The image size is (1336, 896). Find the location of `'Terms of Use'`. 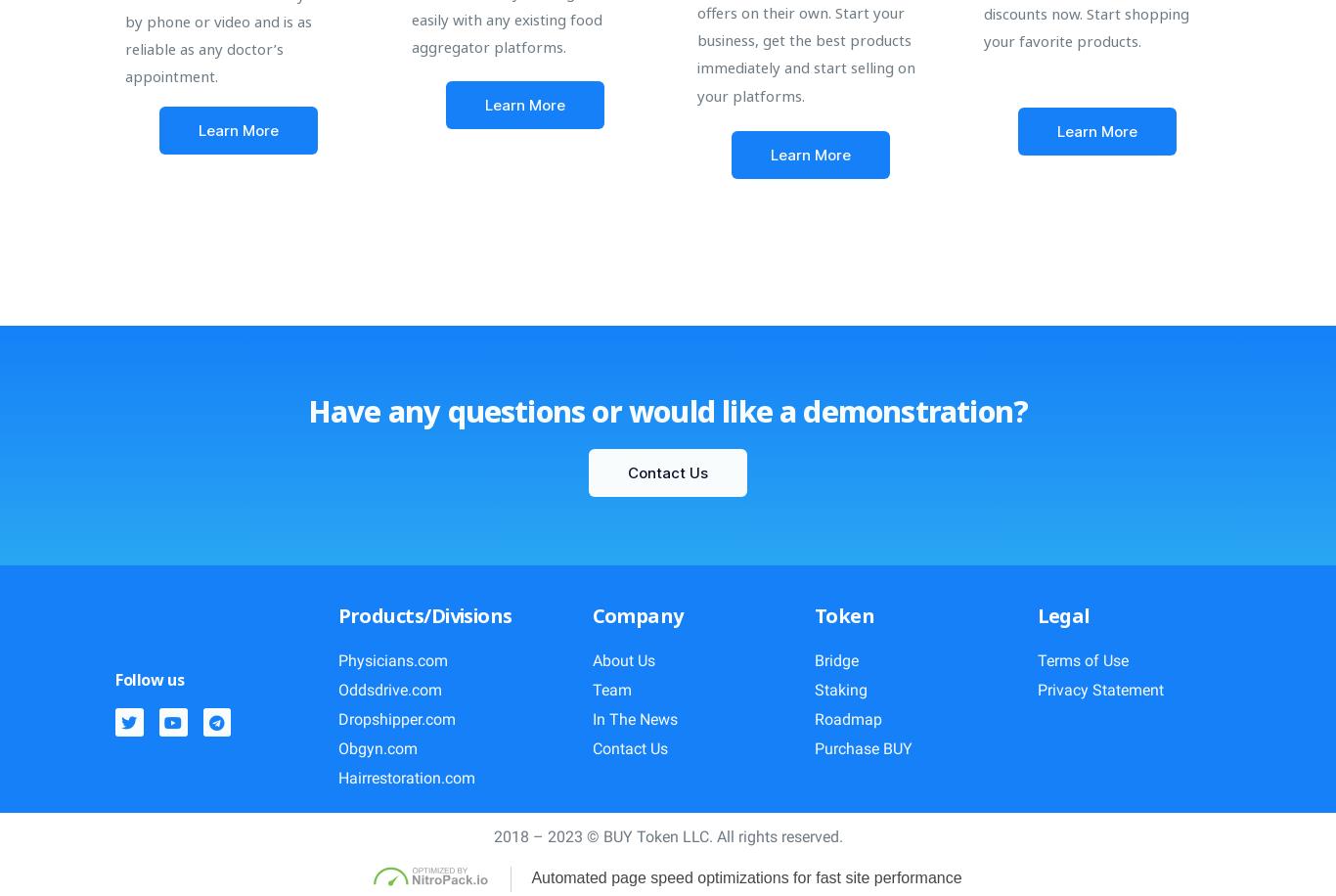

'Terms of Use' is located at coordinates (1036, 659).